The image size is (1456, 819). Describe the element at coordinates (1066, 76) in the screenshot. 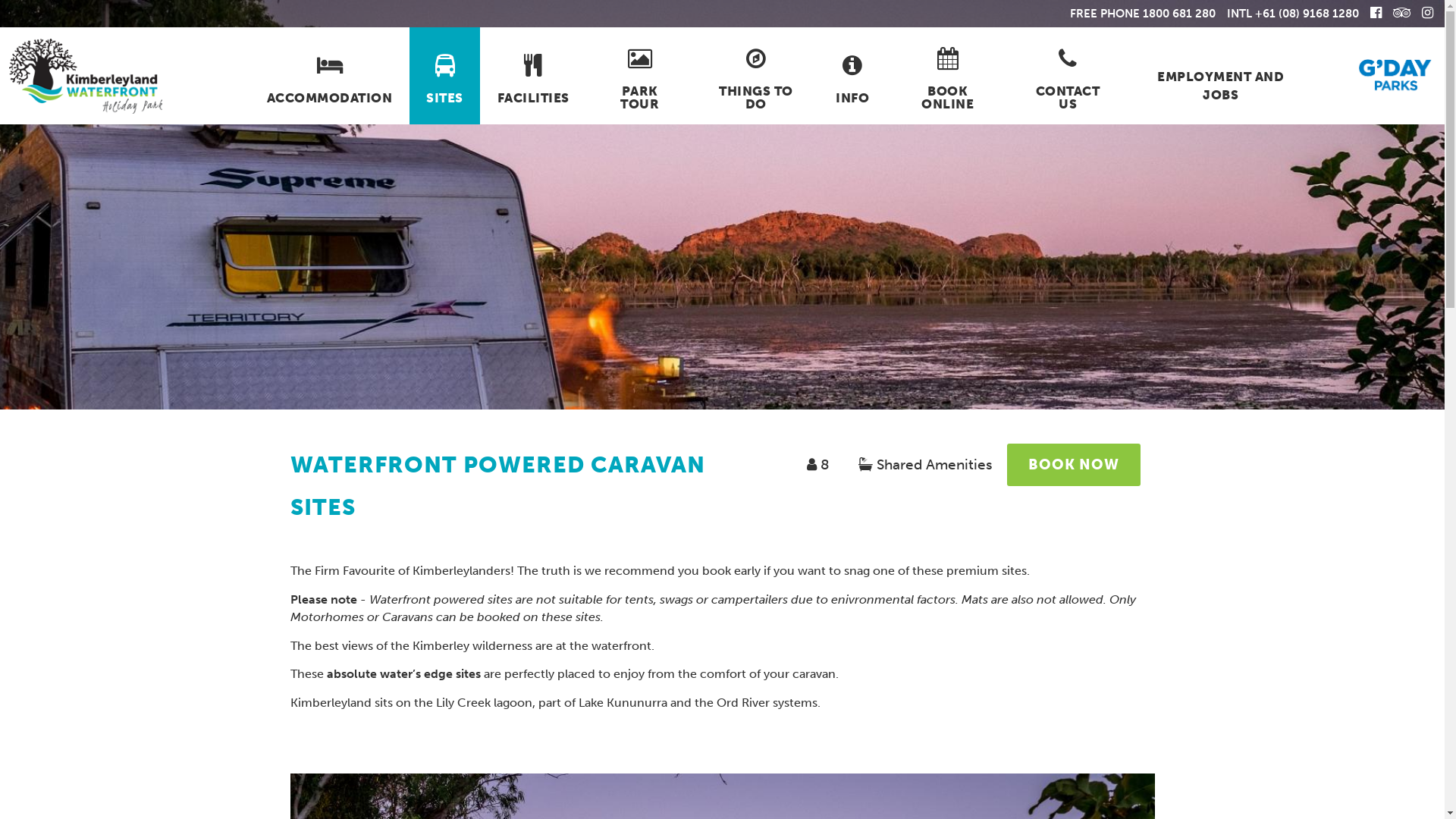

I see `'CONTACT US'` at that location.